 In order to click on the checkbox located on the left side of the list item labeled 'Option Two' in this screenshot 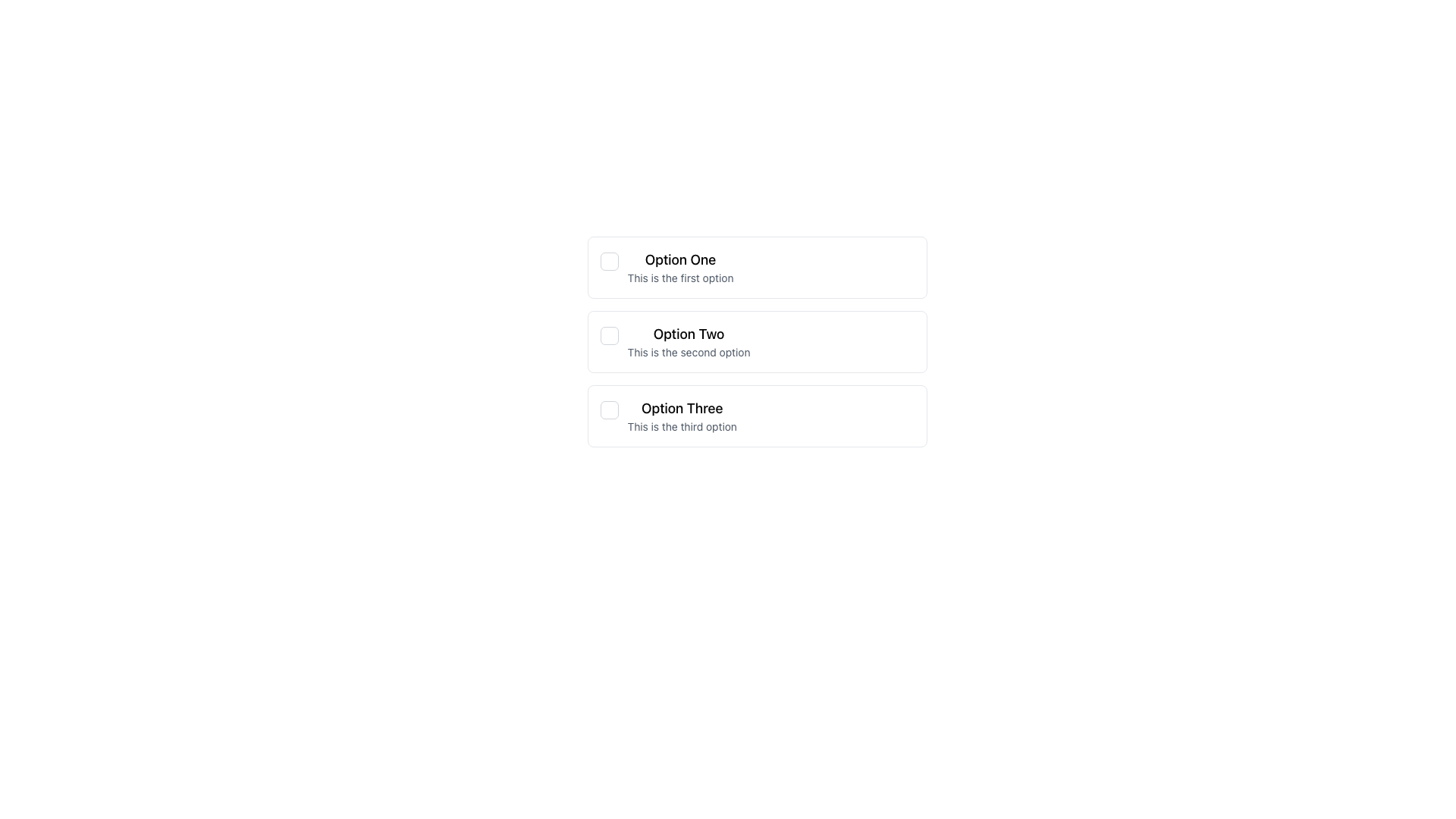, I will do `click(609, 335)`.